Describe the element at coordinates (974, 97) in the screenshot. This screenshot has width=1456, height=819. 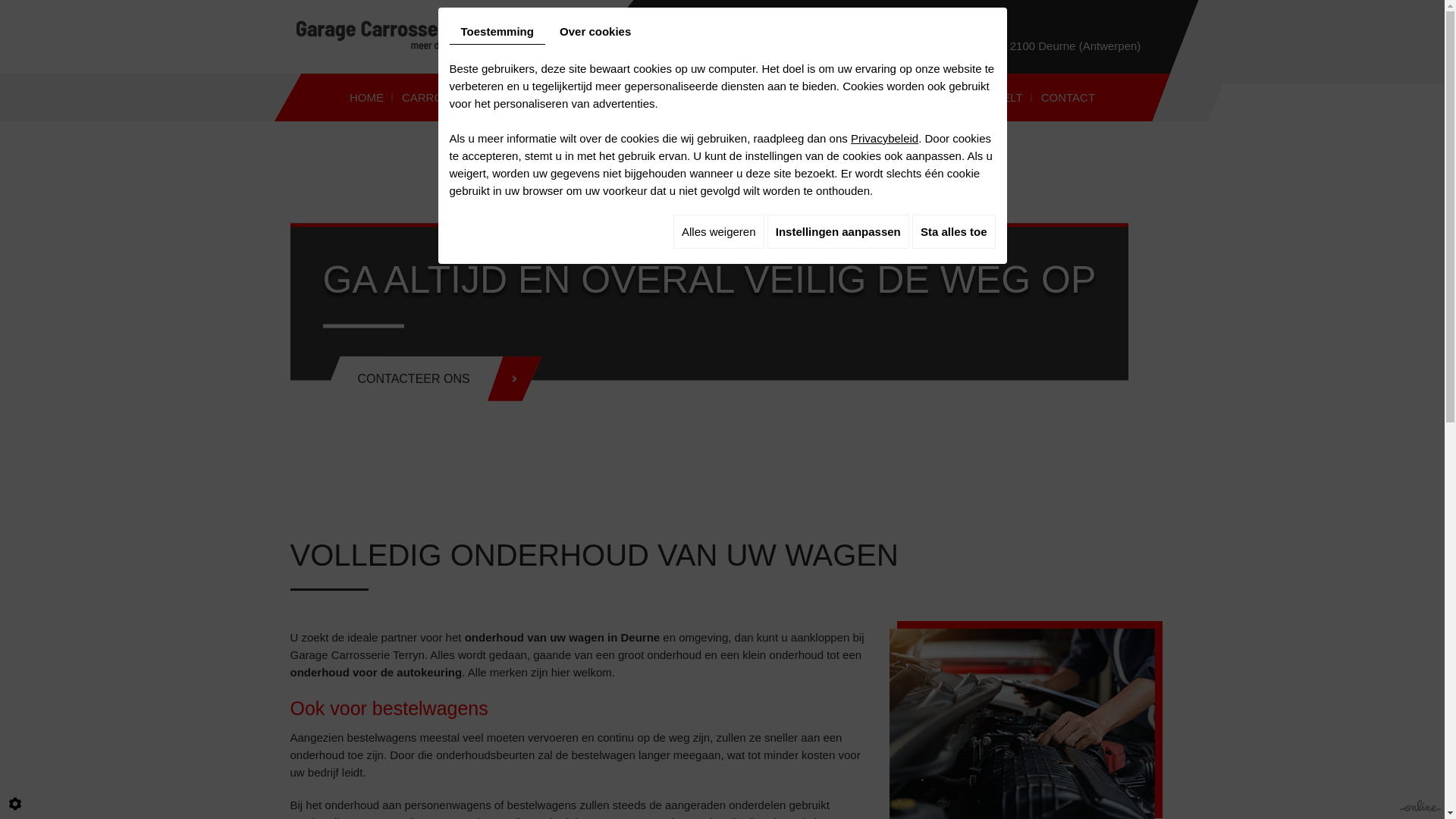
I see `'UW MENING TELT'` at that location.